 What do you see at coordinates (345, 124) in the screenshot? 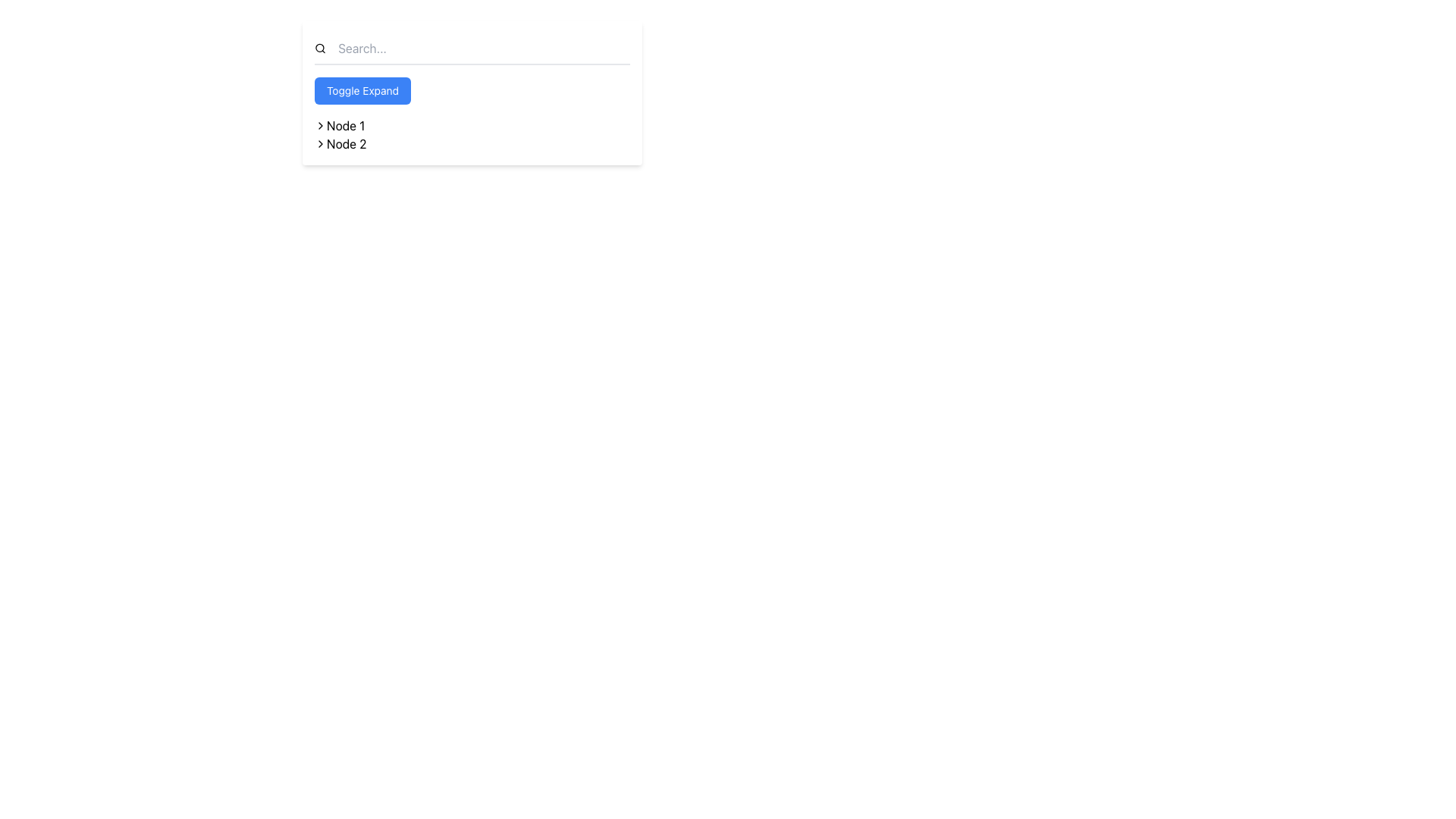
I see `the first Text node in the collapsible tree structure` at bounding box center [345, 124].